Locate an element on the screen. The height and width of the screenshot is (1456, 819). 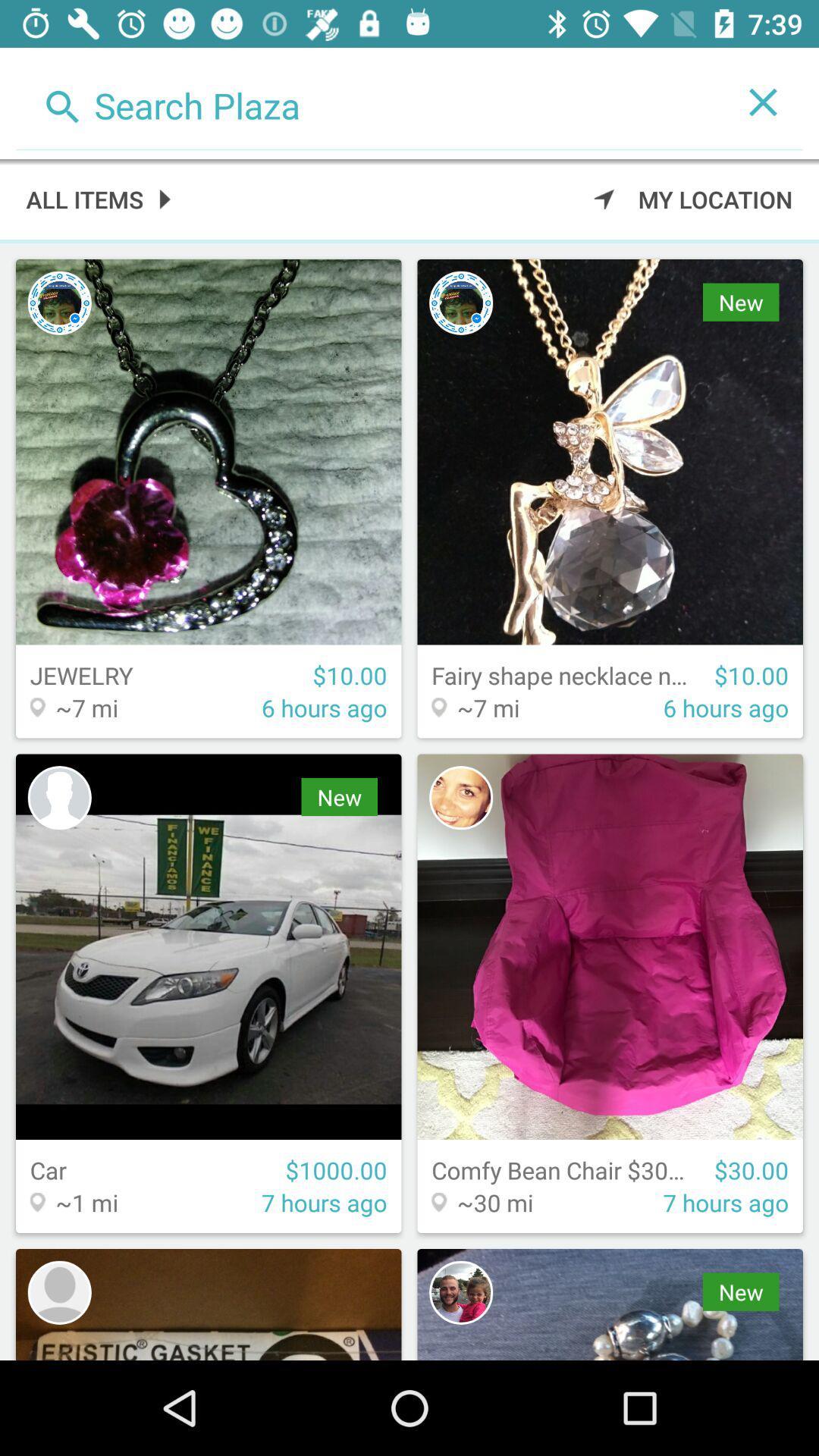
option is located at coordinates (369, 101).